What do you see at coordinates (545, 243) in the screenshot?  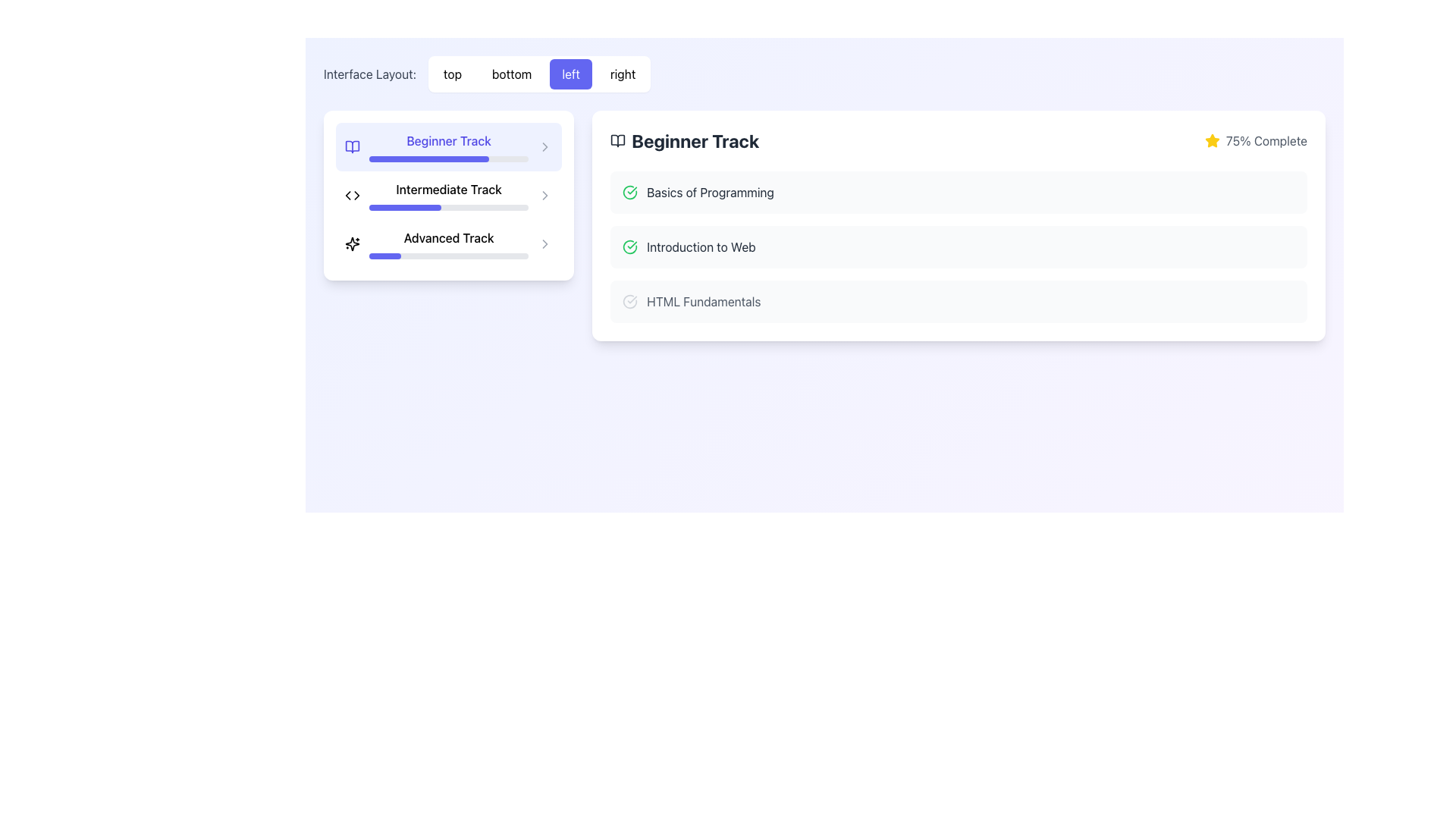 I see `the 'Advanced Track' menu option icon to highlight it` at bounding box center [545, 243].